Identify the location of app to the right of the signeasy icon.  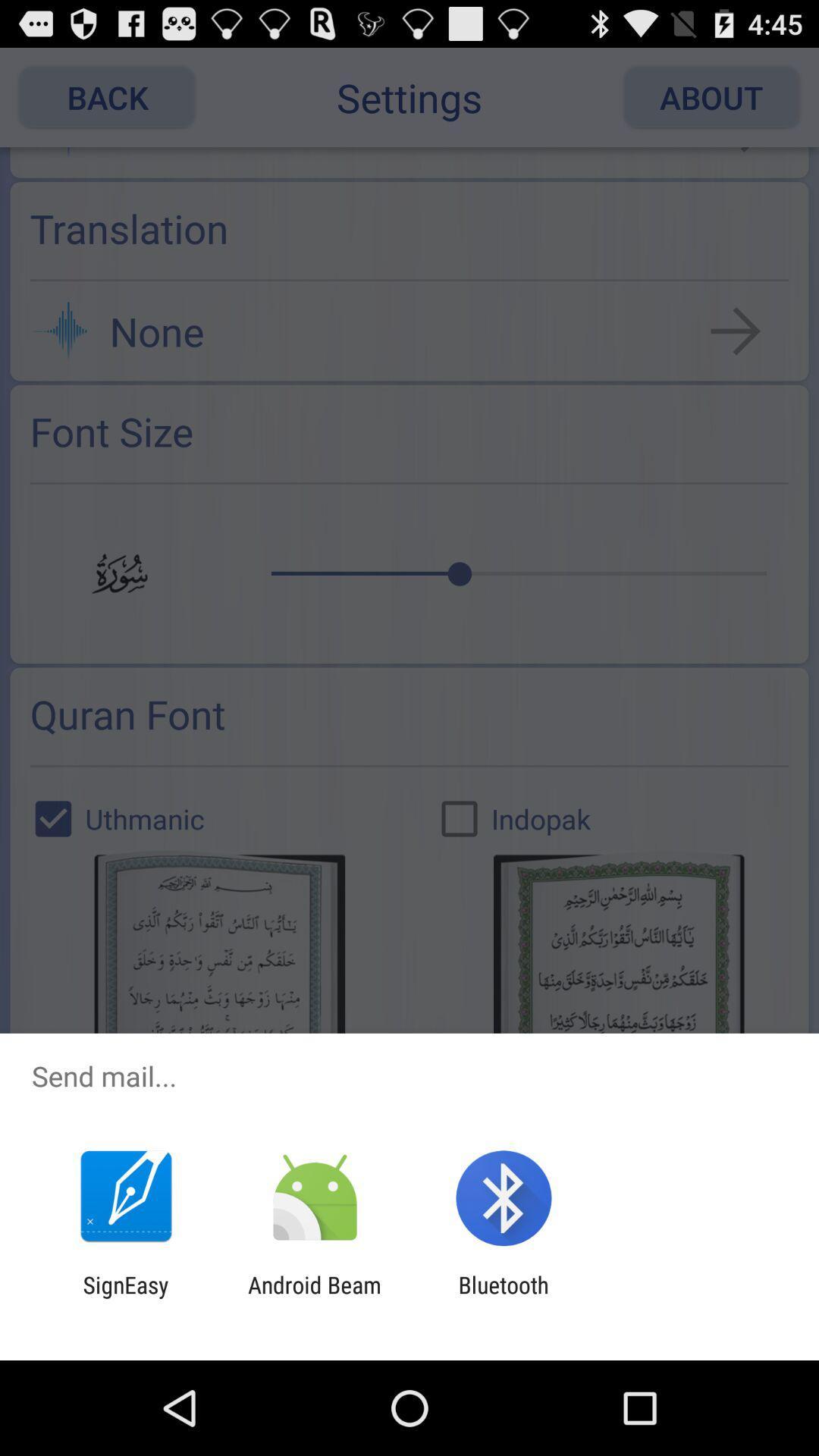
(314, 1298).